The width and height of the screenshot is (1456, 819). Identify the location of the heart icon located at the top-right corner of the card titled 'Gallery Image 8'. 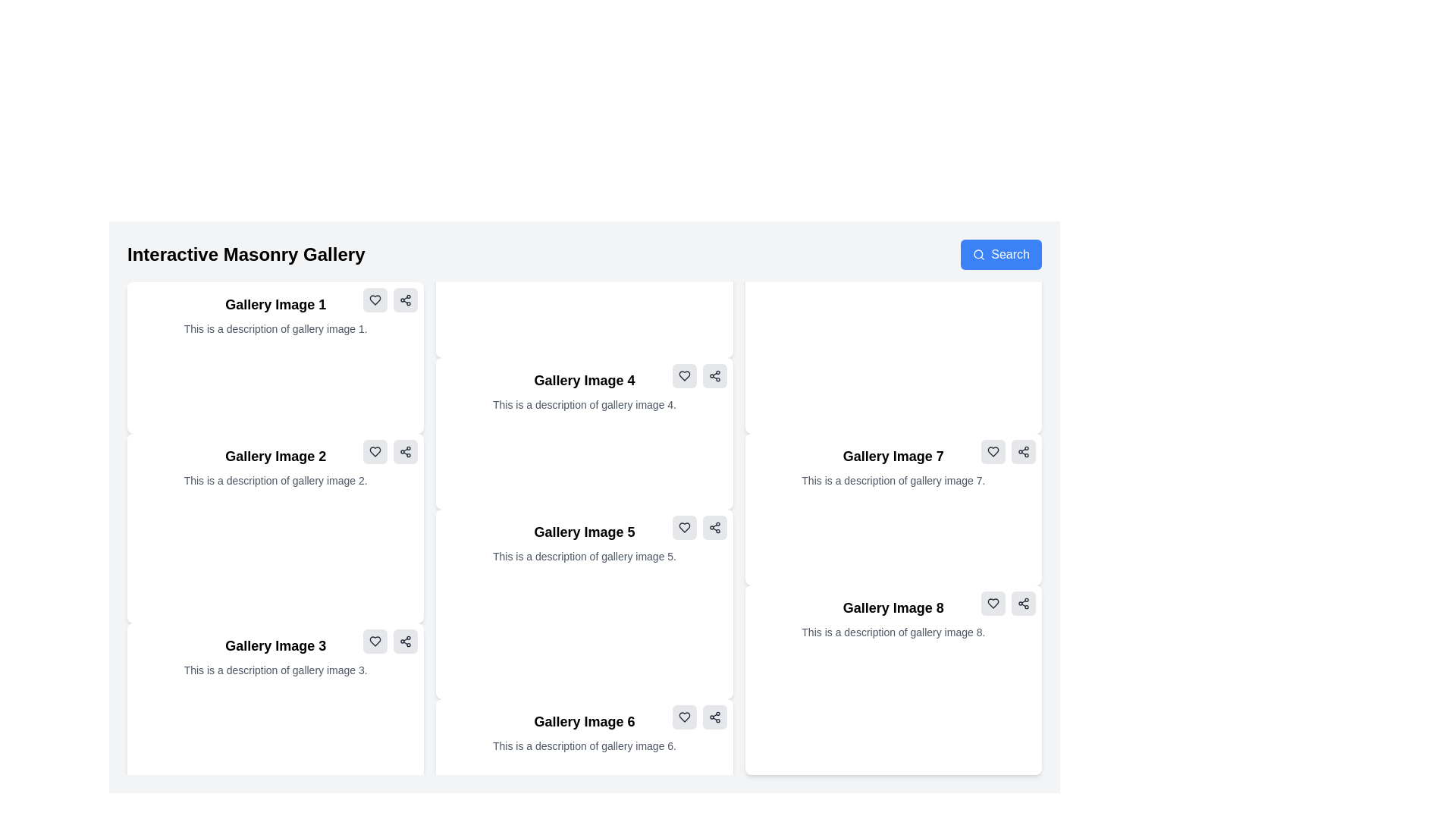
(993, 602).